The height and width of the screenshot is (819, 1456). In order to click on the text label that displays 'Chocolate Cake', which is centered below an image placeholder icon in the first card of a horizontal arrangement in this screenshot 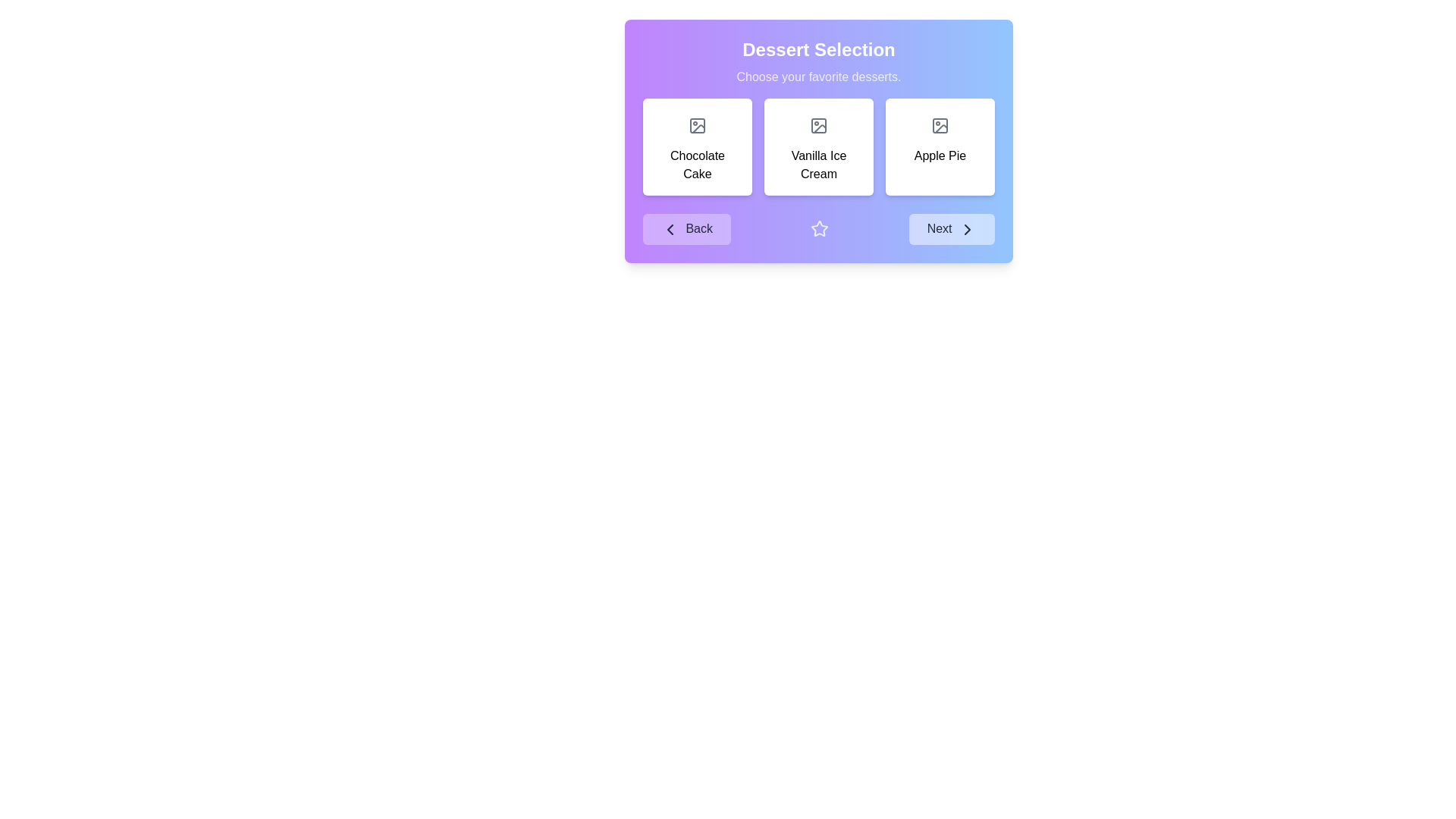, I will do `click(697, 165)`.